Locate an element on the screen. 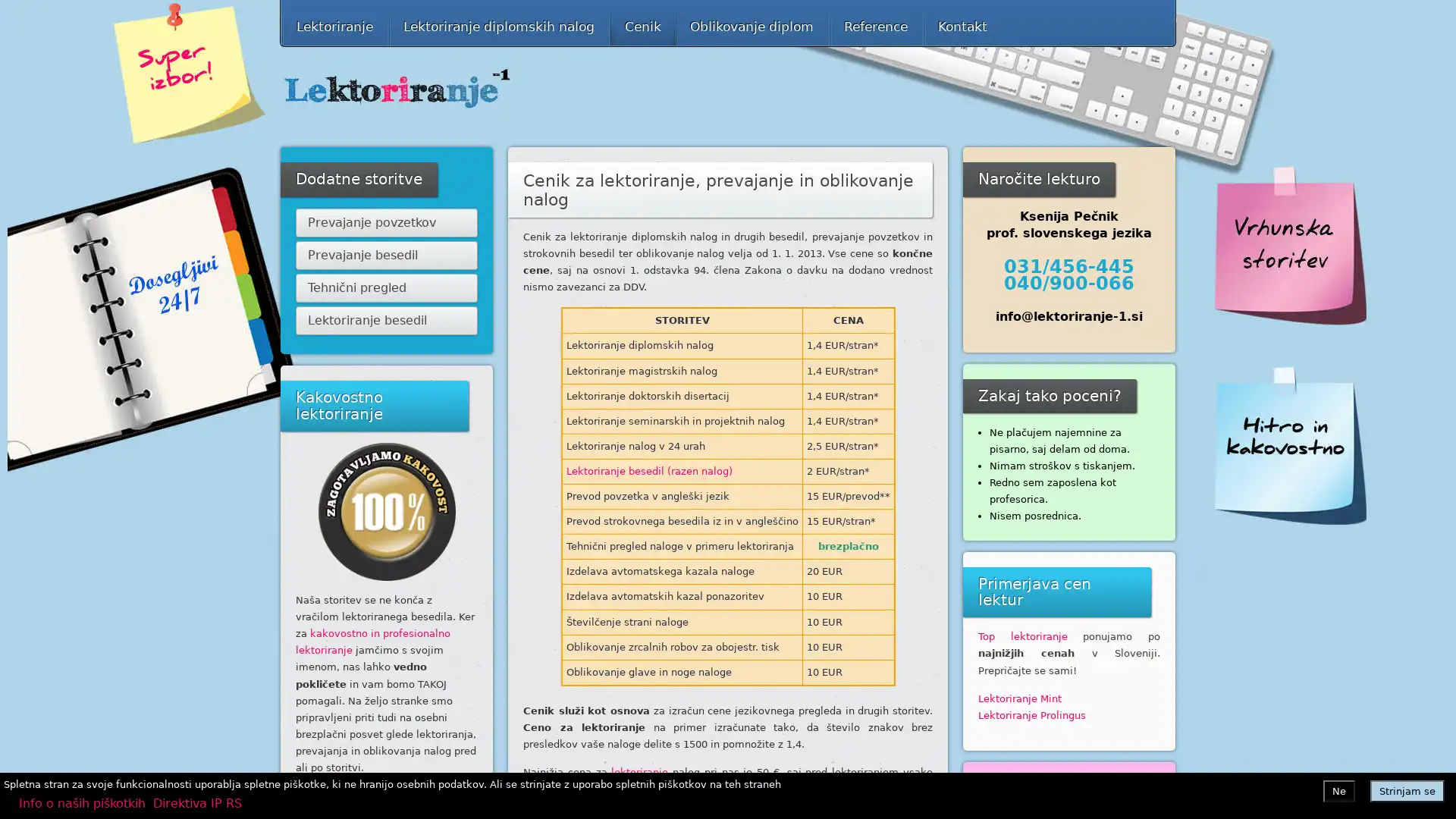 This screenshot has width=1456, height=819. Strinjam se is located at coordinates (1407, 789).